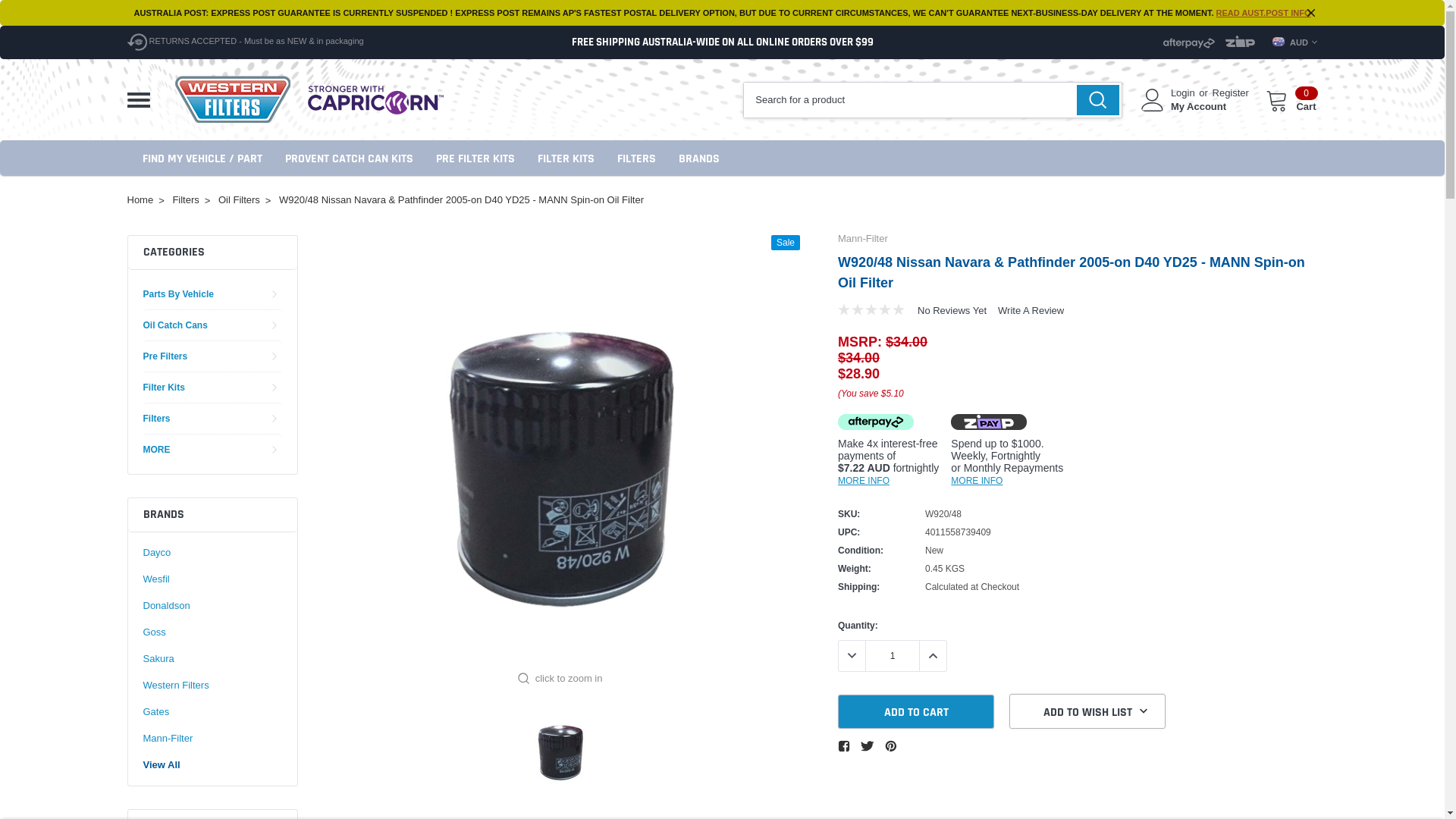 The height and width of the screenshot is (819, 1456). I want to click on 'Filters', so click(156, 418).